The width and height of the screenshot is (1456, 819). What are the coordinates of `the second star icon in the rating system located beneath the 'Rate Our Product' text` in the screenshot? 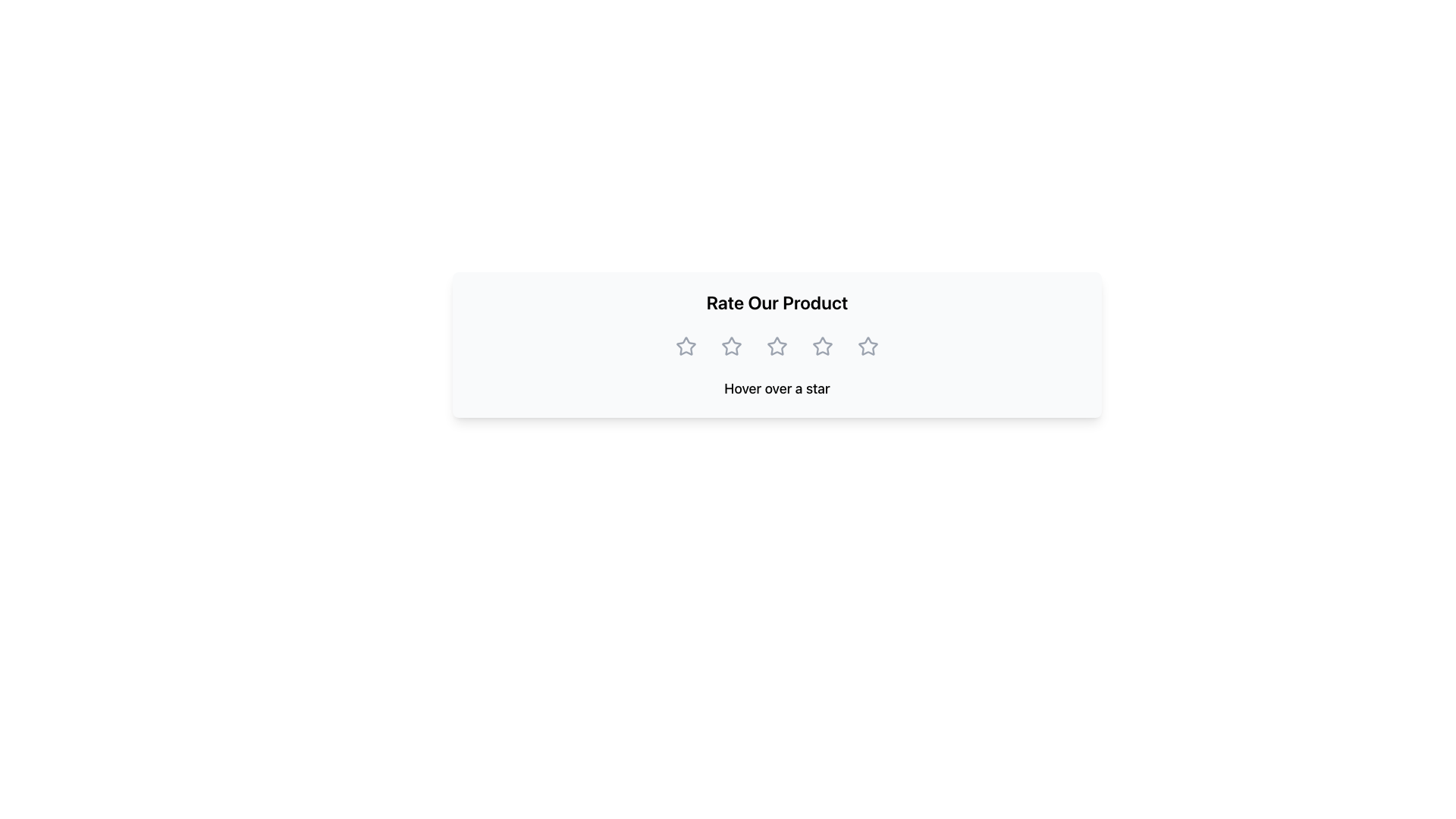 It's located at (731, 346).